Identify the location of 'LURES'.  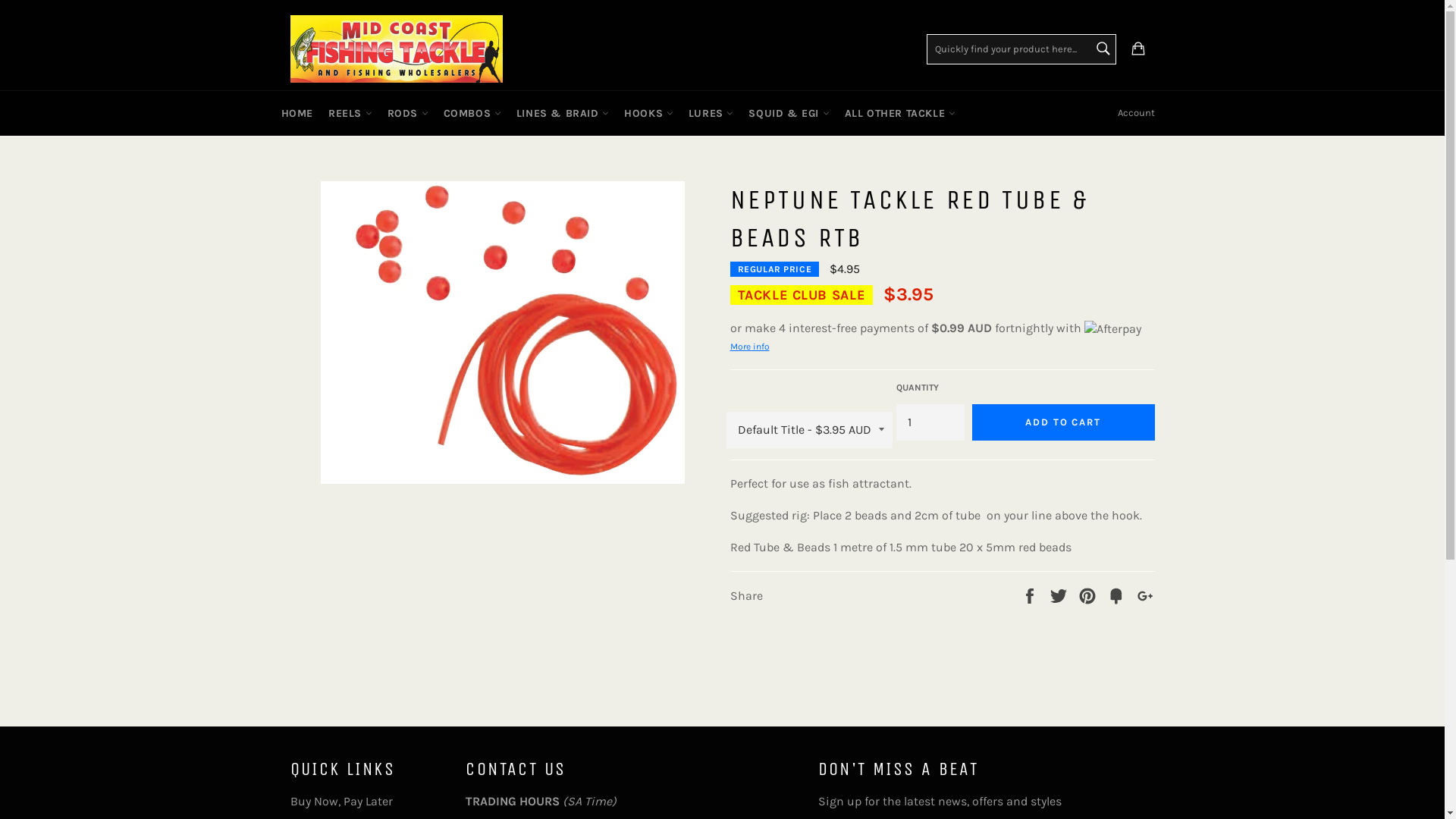
(710, 112).